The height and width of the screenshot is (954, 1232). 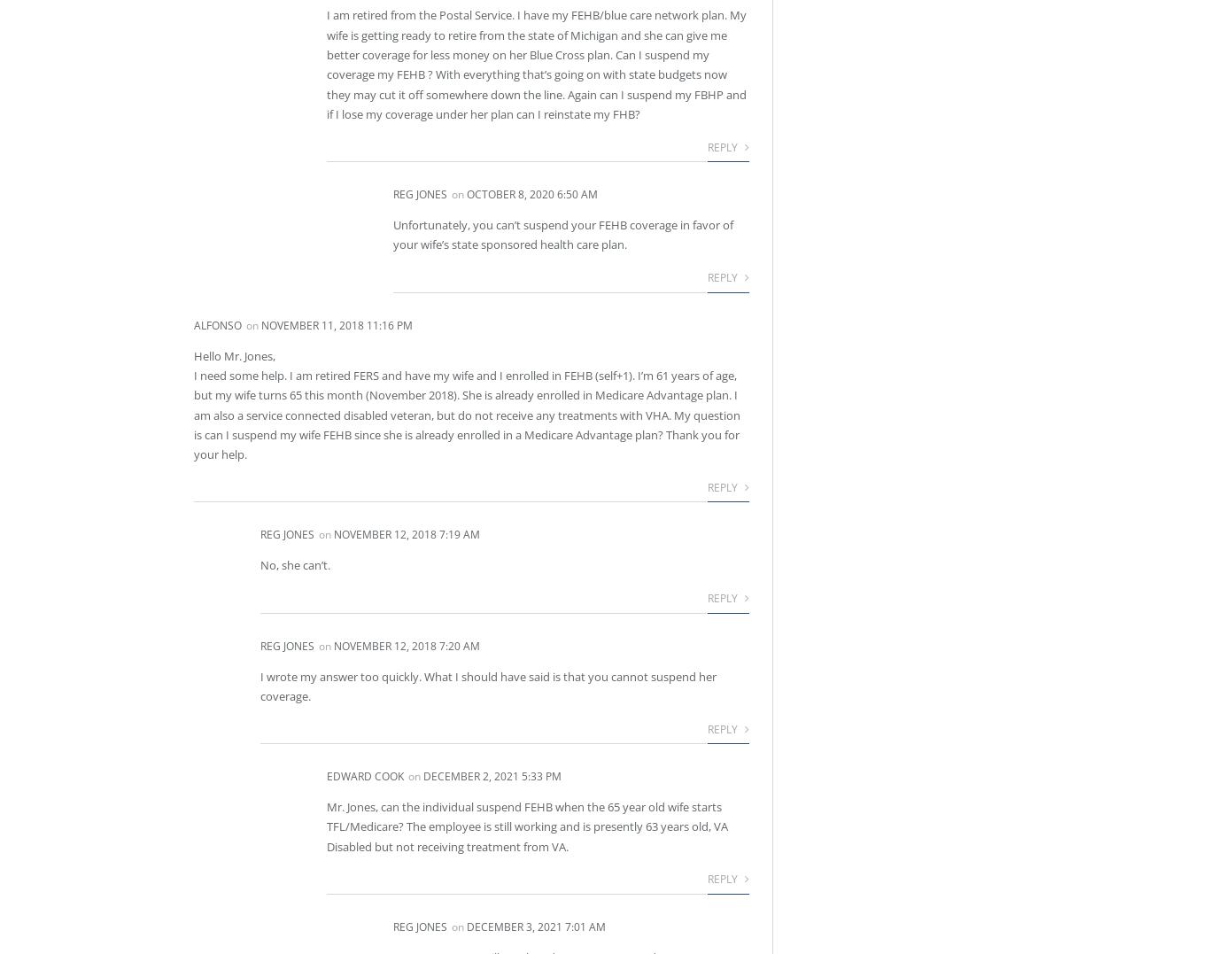 What do you see at coordinates (467, 414) in the screenshot?
I see `'I need some help.  I am retired FERS and have my wife and I enrolled in FEHB (self+1).  I’m 61 years of age, but my wife turns 65 this month (November 2018).   She is already enrolled in Medicare Advantage plan.  I am also a service connected disabled veteran, but do not receive any treatments with VHA.  My question is can I suspend my wife FEHB since she is already enrolled in a Medicare Advantage plan?   Thank you for your help.'` at bounding box center [467, 414].